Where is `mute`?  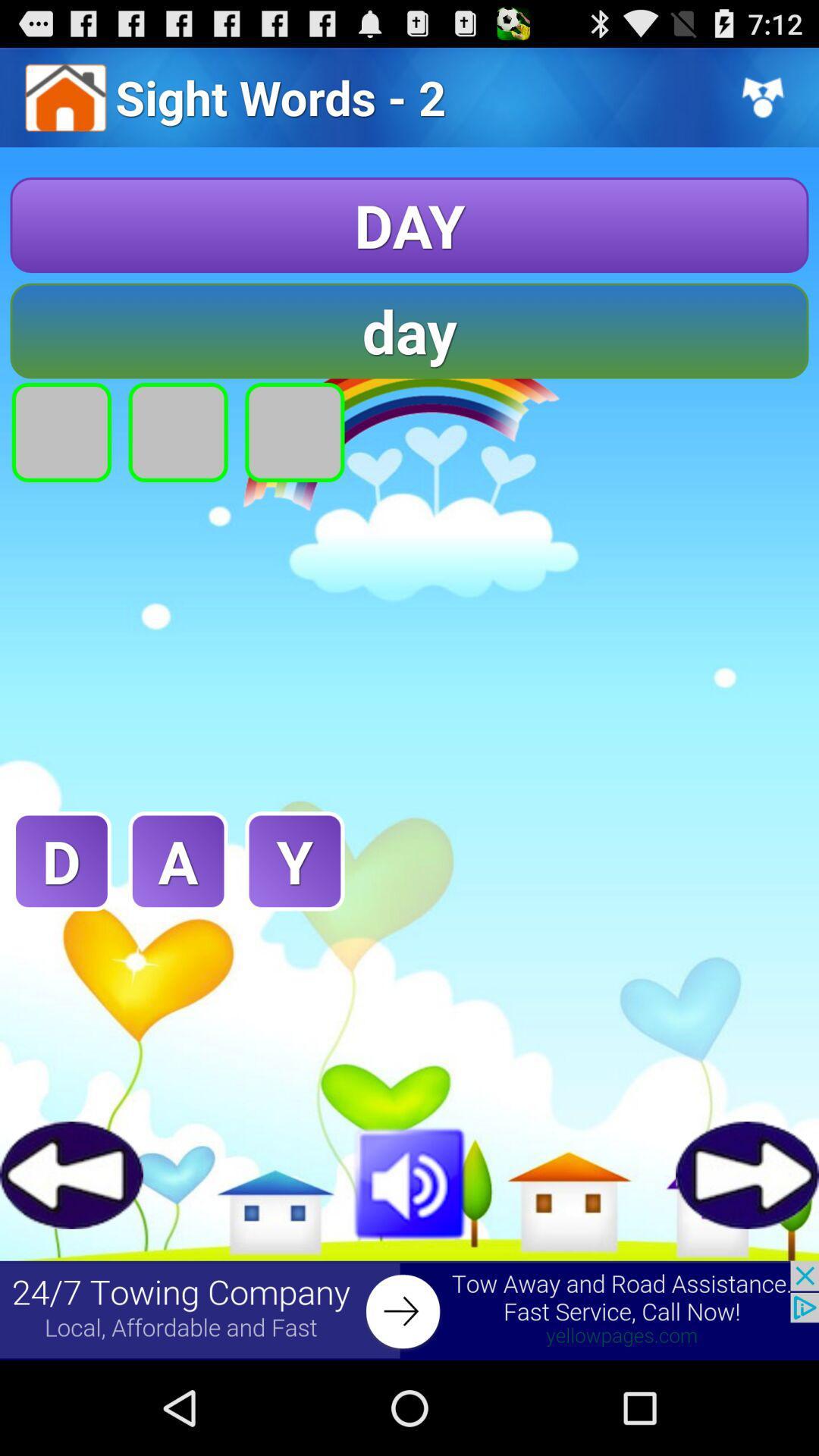 mute is located at coordinates (409, 1180).